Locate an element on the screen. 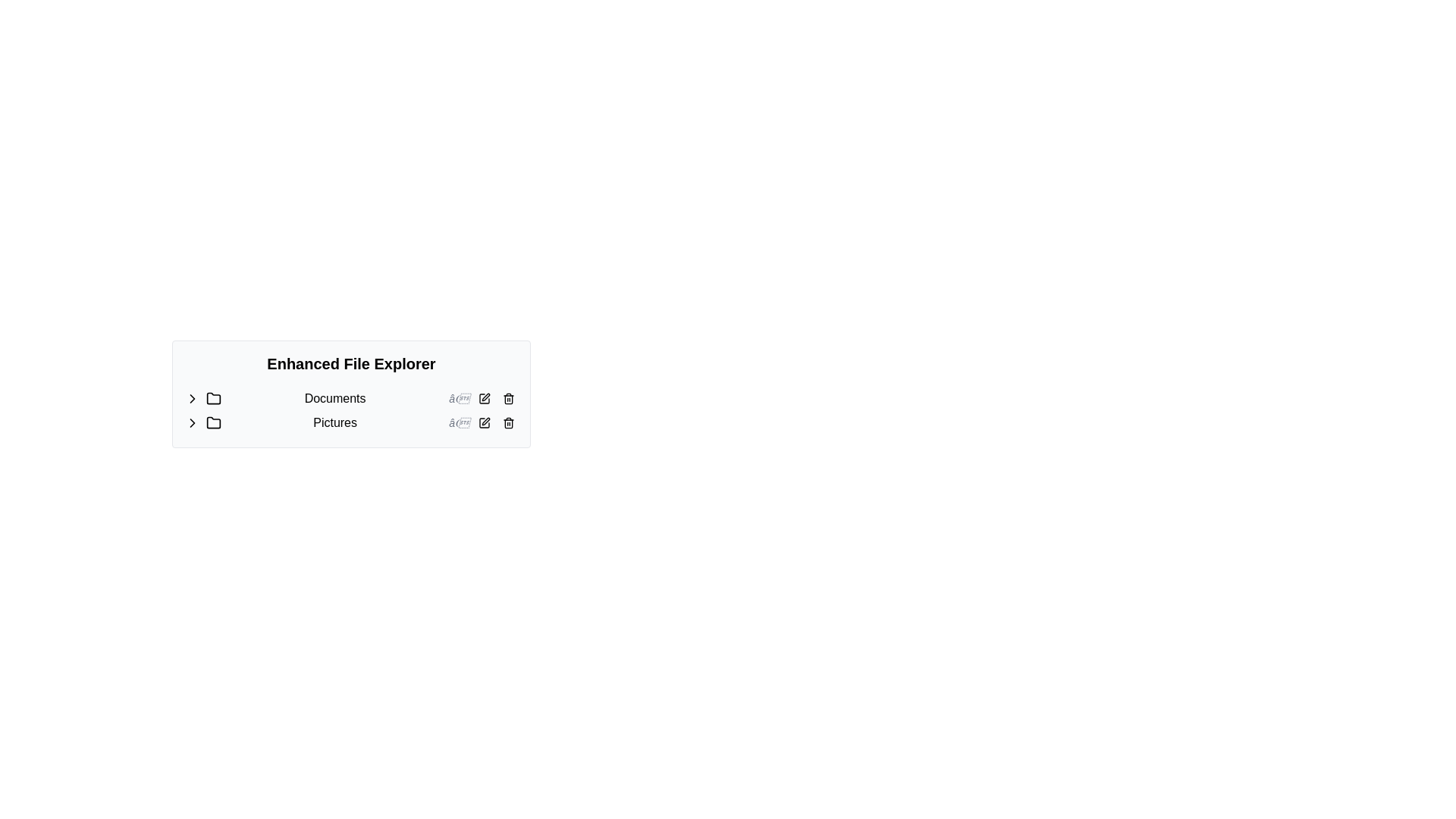 Image resolution: width=1456 pixels, height=819 pixels. the 'Pictures' folder row is located at coordinates (350, 423).